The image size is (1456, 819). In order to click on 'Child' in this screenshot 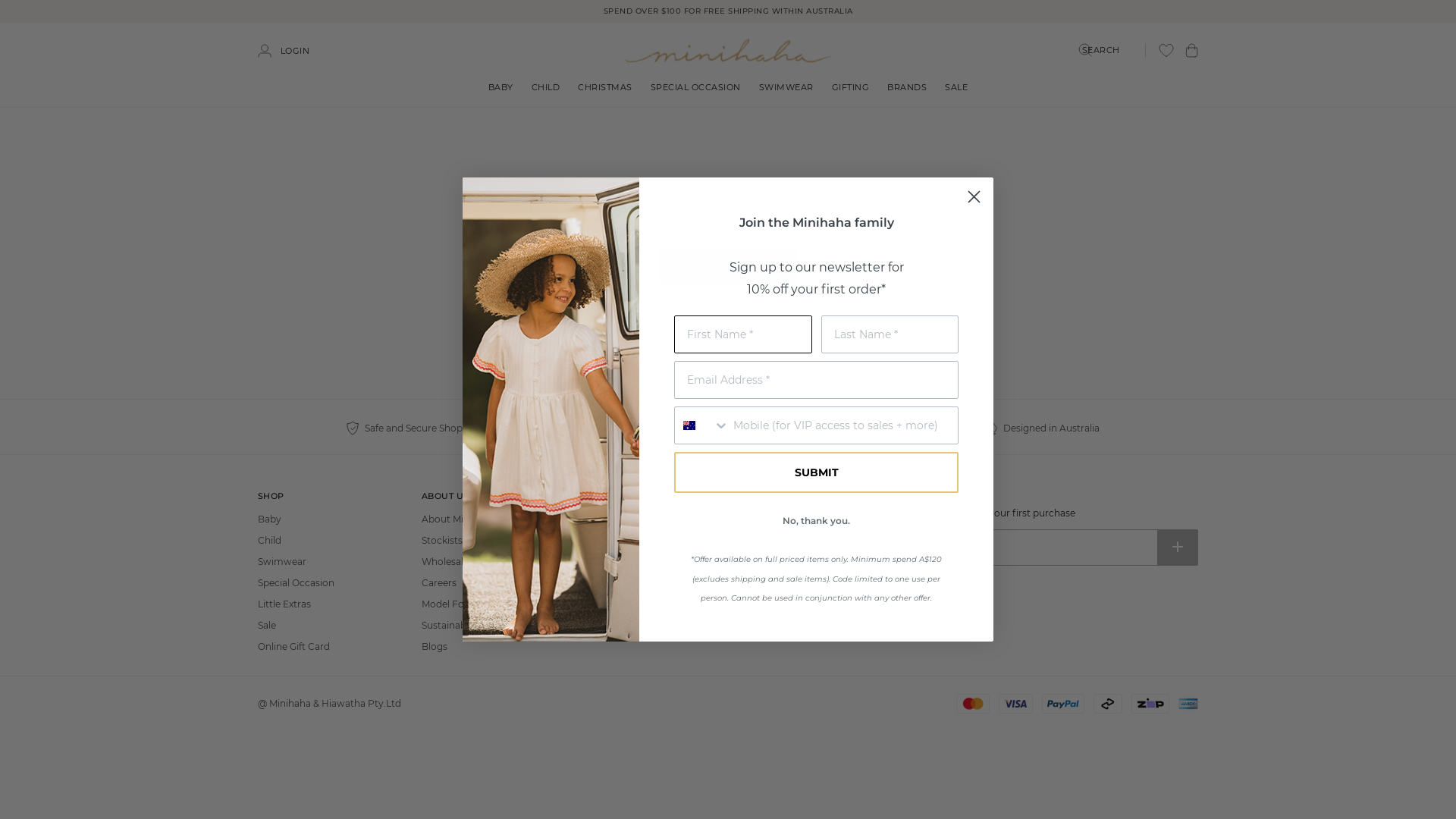, I will do `click(269, 539)`.